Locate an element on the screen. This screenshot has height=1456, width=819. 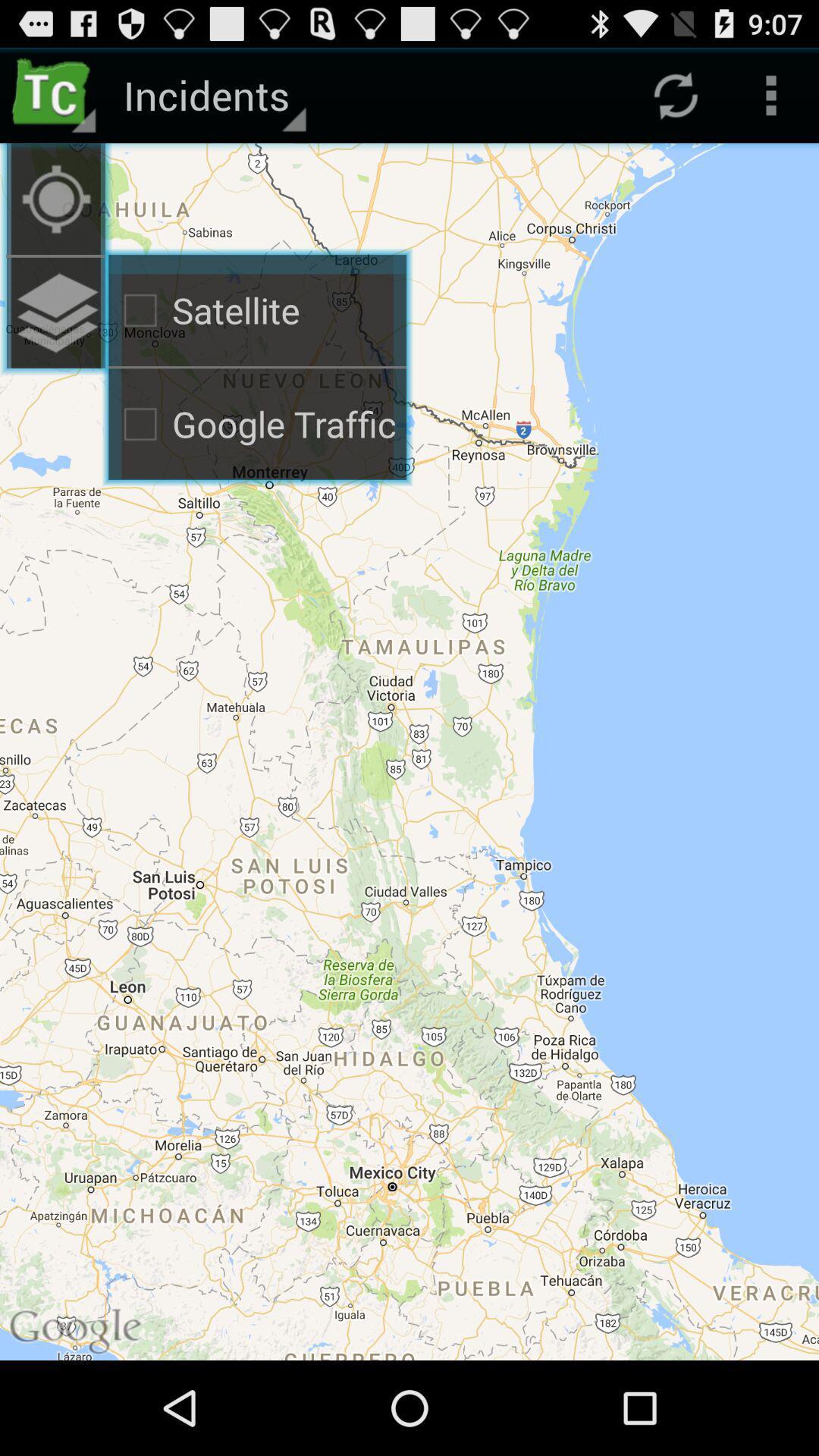
the more icon is located at coordinates (771, 101).